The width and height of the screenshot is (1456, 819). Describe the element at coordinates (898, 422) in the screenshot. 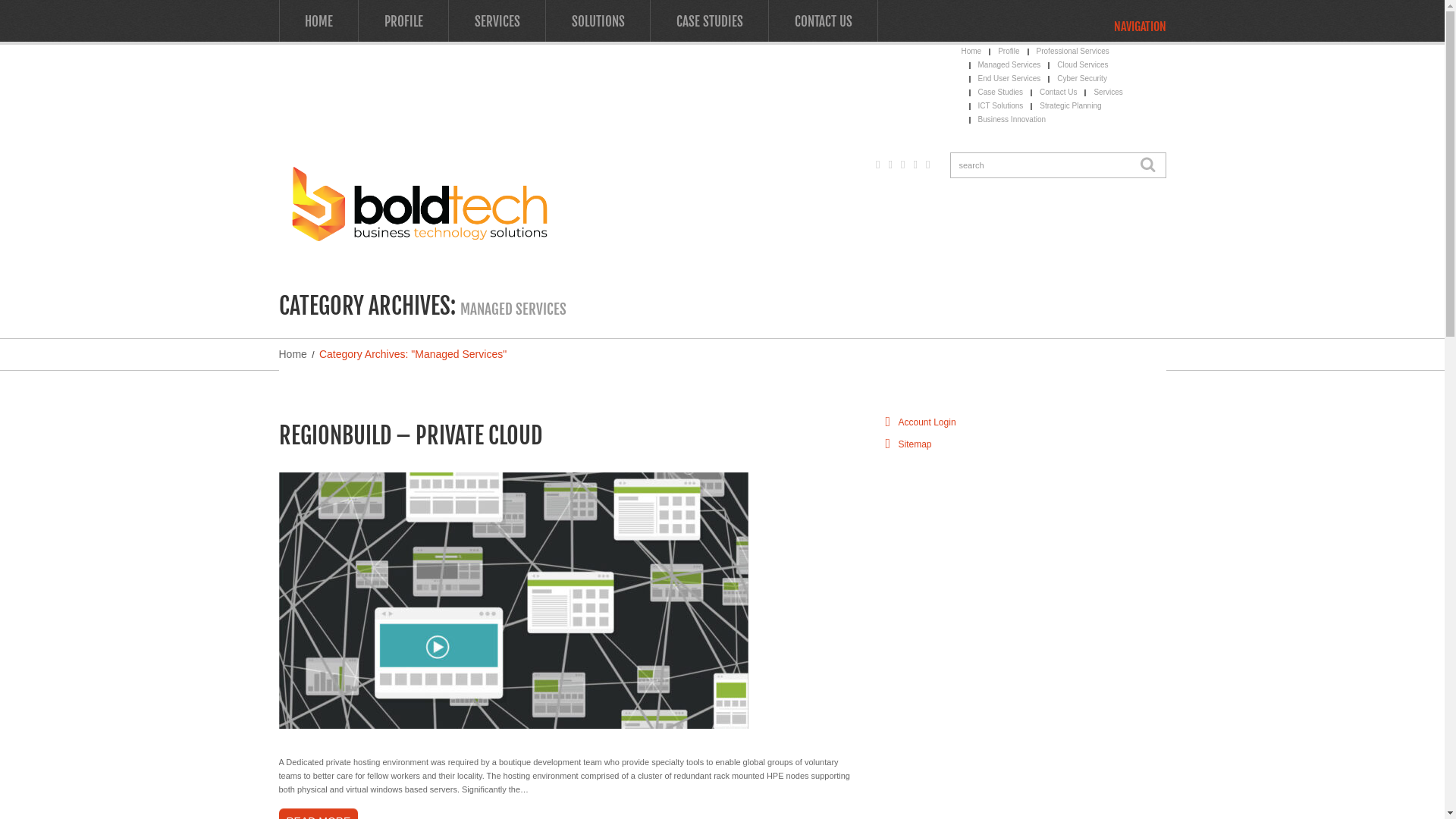

I see `'Account Login'` at that location.